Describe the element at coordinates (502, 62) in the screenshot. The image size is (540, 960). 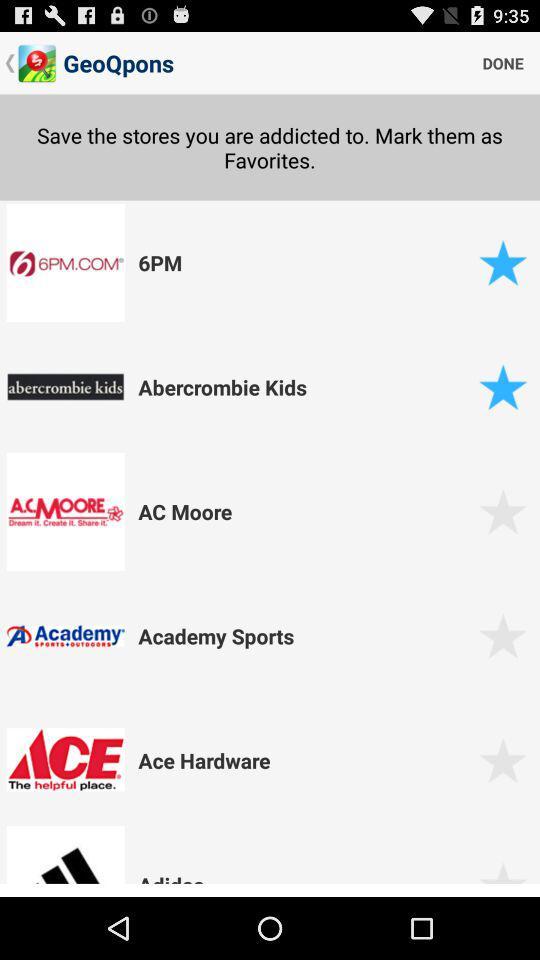
I see `the item next to geoqpons item` at that location.